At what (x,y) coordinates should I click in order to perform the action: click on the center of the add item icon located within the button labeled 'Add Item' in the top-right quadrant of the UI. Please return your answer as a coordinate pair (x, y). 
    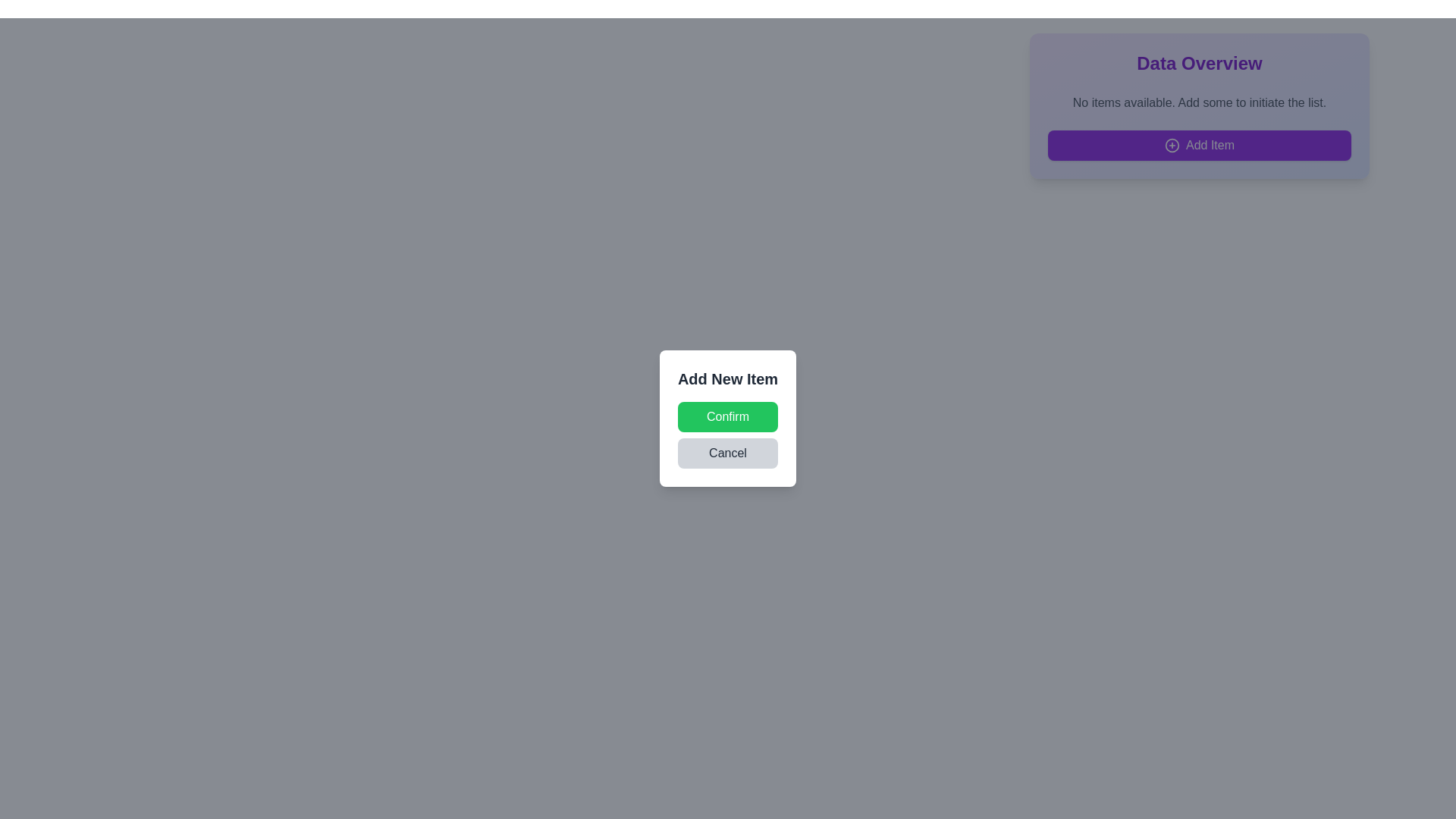
    Looking at the image, I should click on (1171, 146).